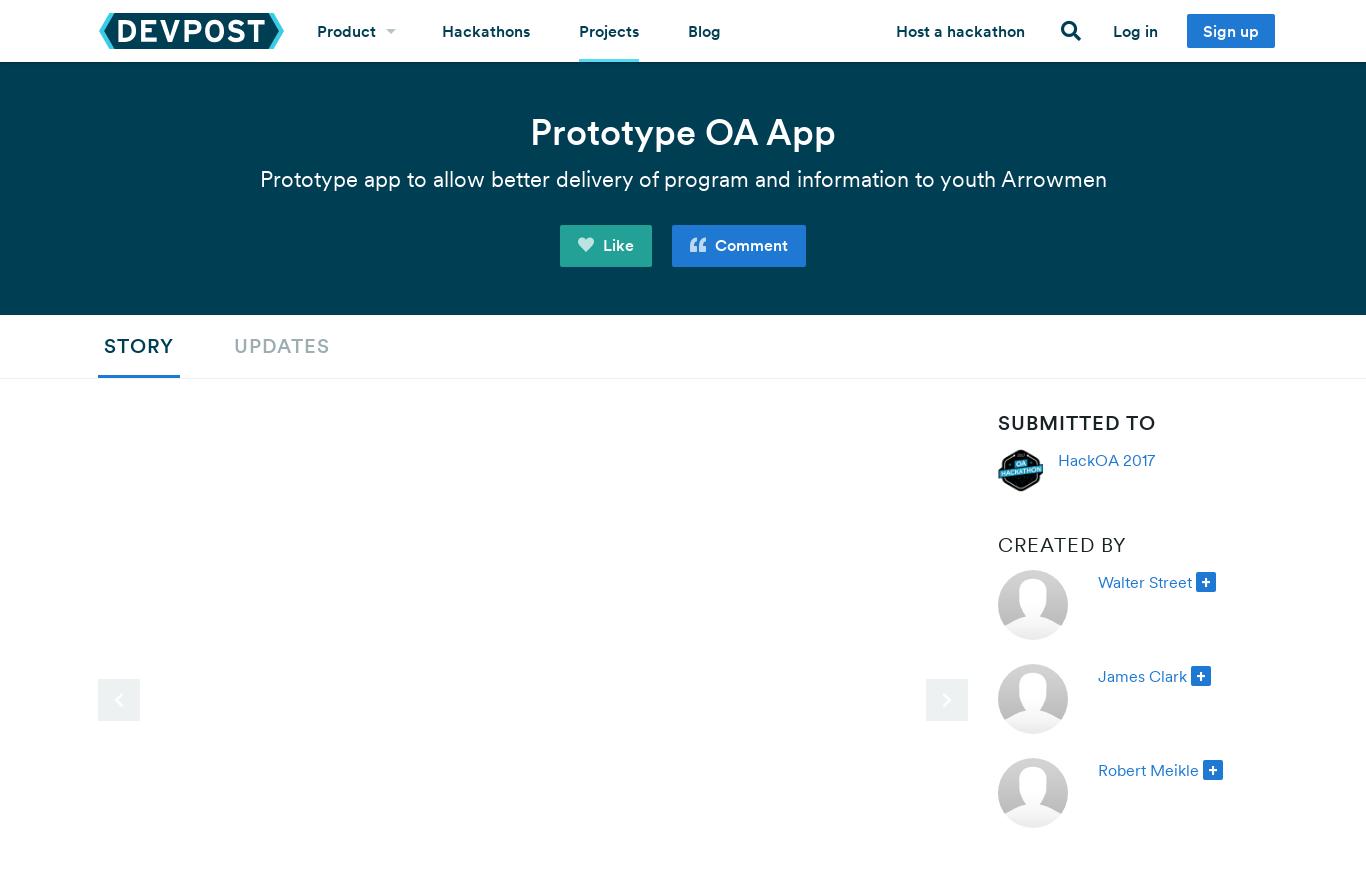 This screenshot has height=891, width=1366. I want to click on 'Updates', so click(281, 343).